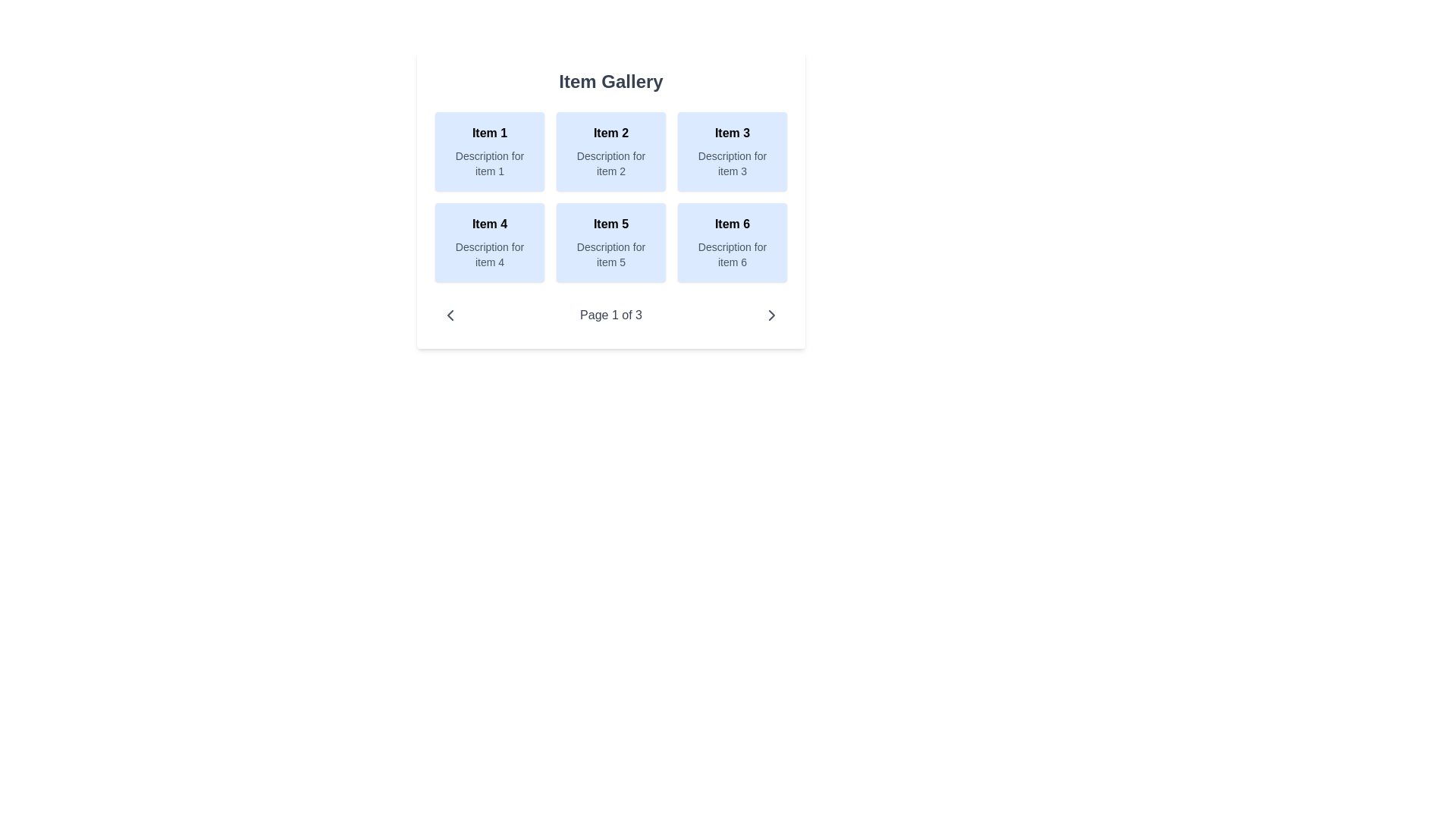 The width and height of the screenshot is (1456, 819). I want to click on the chevron icon button that navigates backward, so click(450, 315).